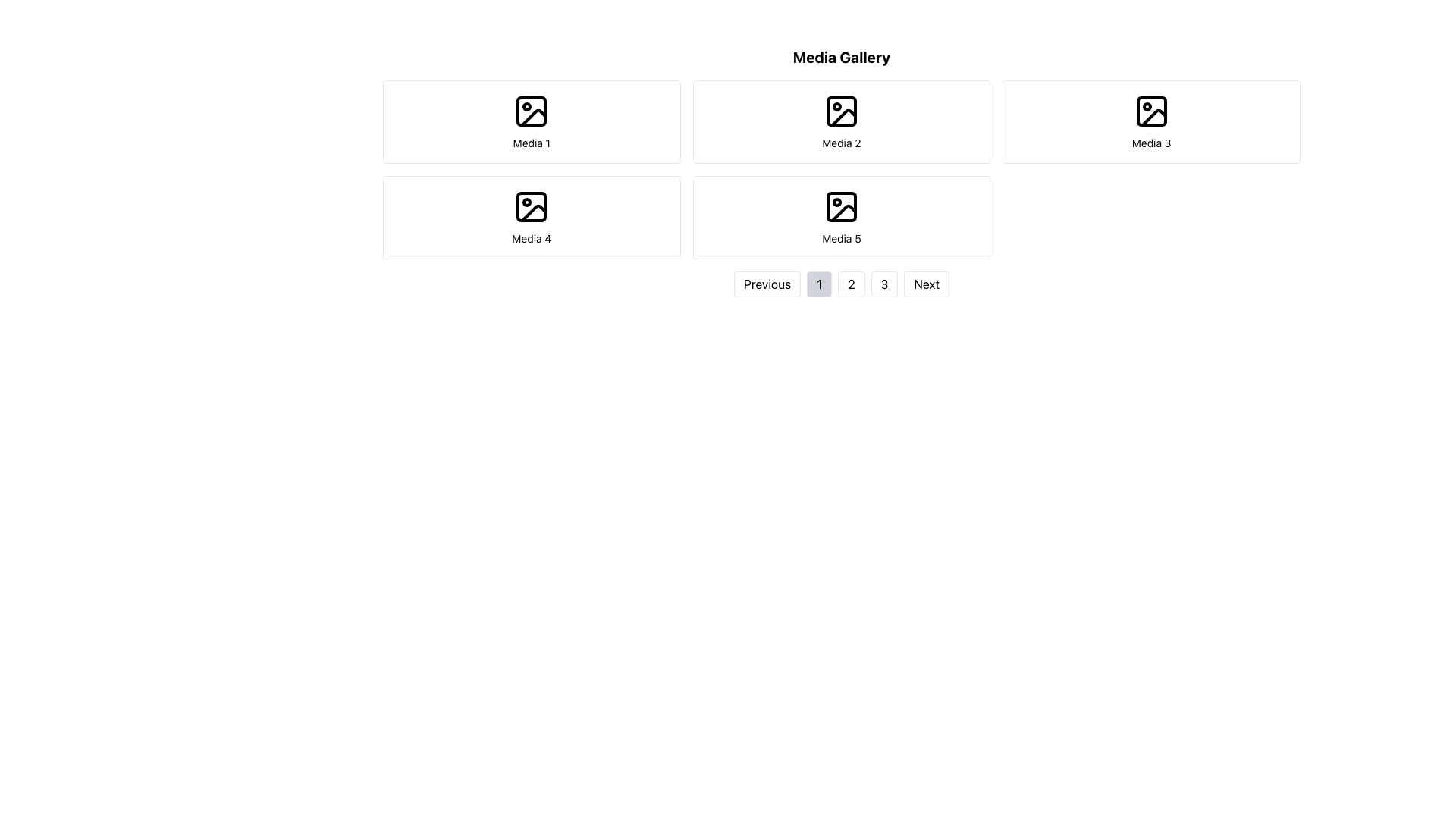  Describe the element at coordinates (840, 239) in the screenshot. I see `the Static Text Label displaying 'Media 5', which is located below an image icon in a rectangular card in the grid` at that location.